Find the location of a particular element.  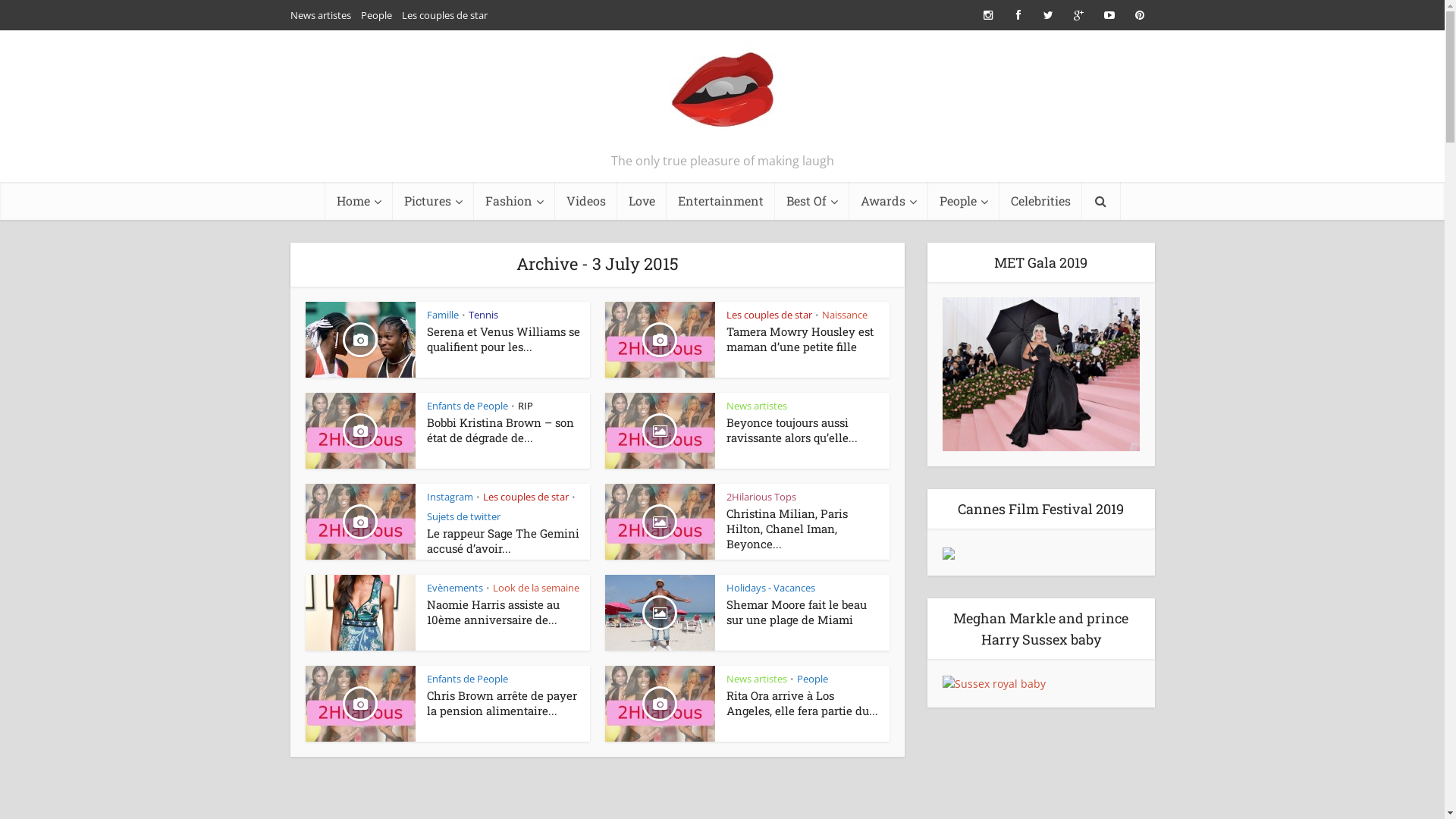

'Famille' is located at coordinates (441, 314).